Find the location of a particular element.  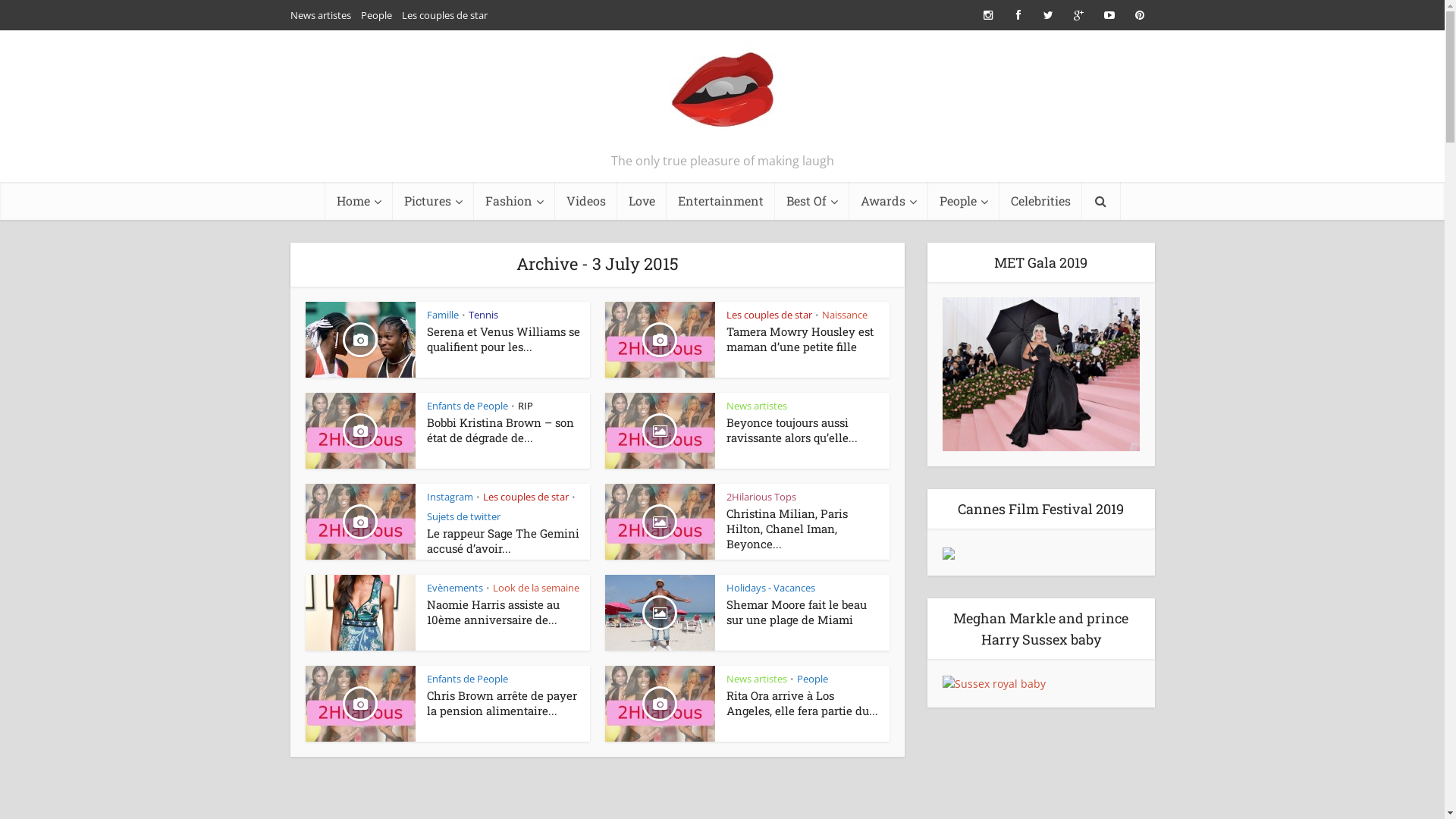

'Famille' is located at coordinates (441, 314).